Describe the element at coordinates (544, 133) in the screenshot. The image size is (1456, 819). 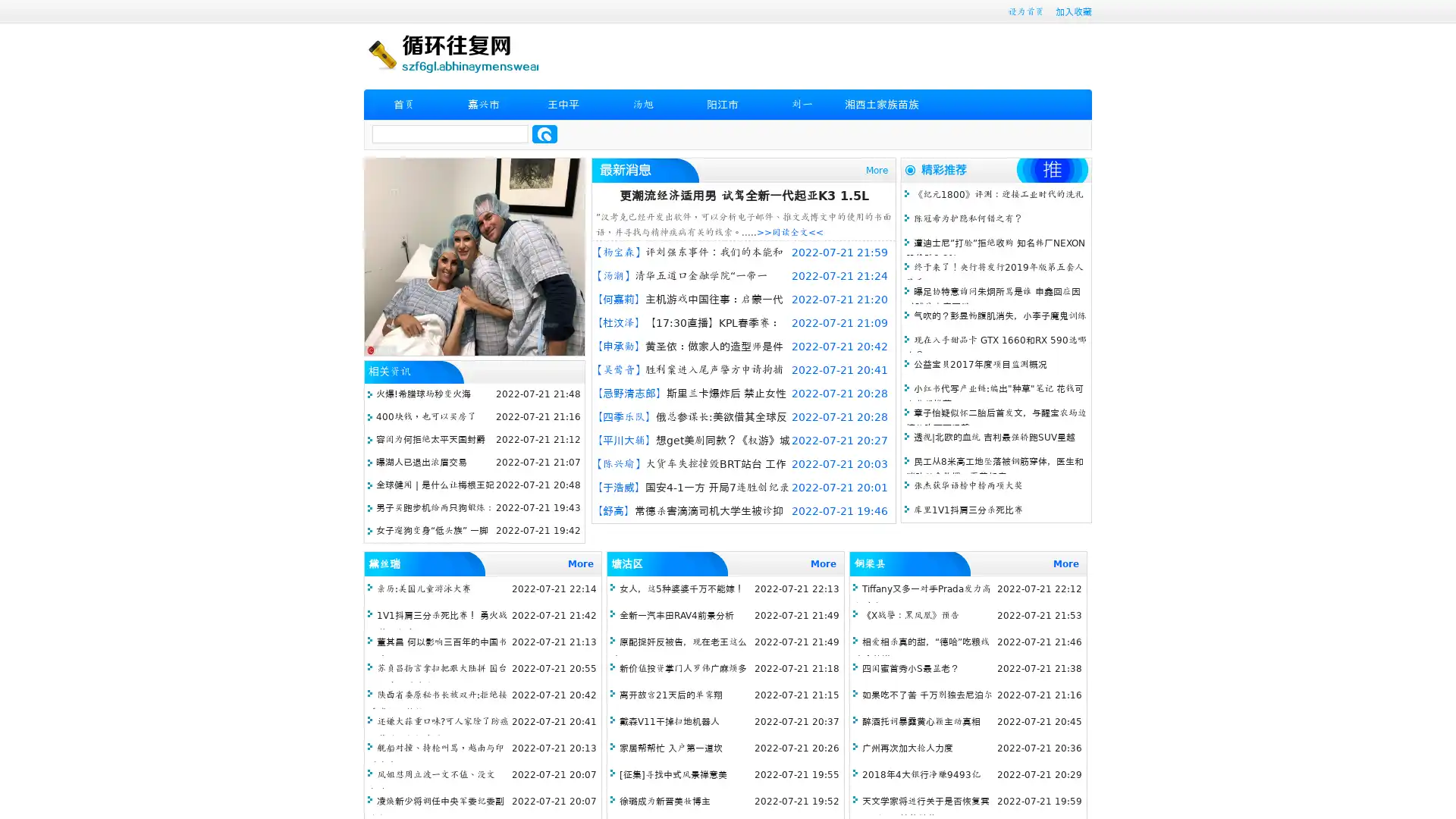
I see `Search` at that location.